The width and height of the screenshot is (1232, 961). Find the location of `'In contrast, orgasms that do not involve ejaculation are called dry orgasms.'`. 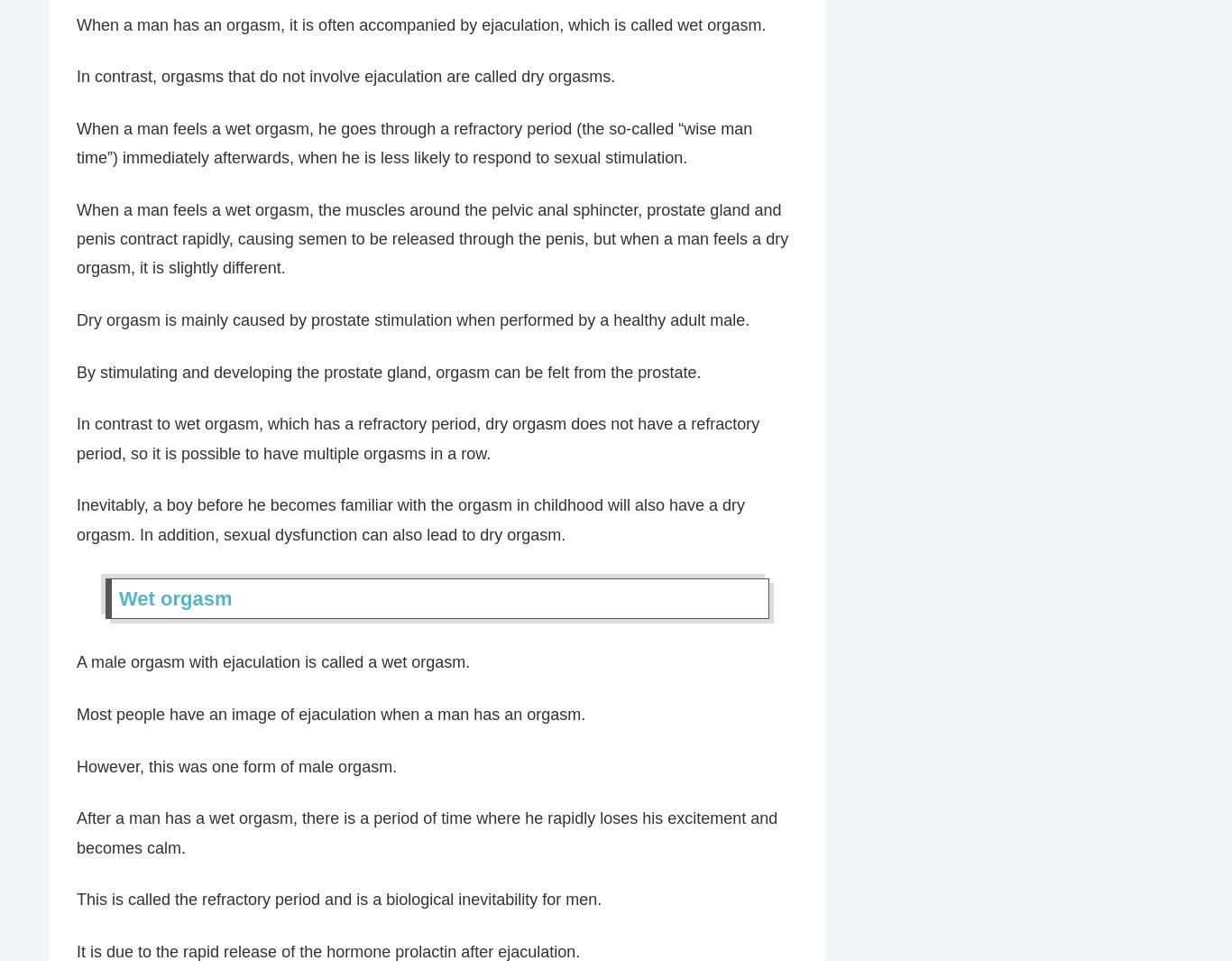

'In contrast, orgasms that do not involve ejaculation are called dry orgasms.' is located at coordinates (345, 75).